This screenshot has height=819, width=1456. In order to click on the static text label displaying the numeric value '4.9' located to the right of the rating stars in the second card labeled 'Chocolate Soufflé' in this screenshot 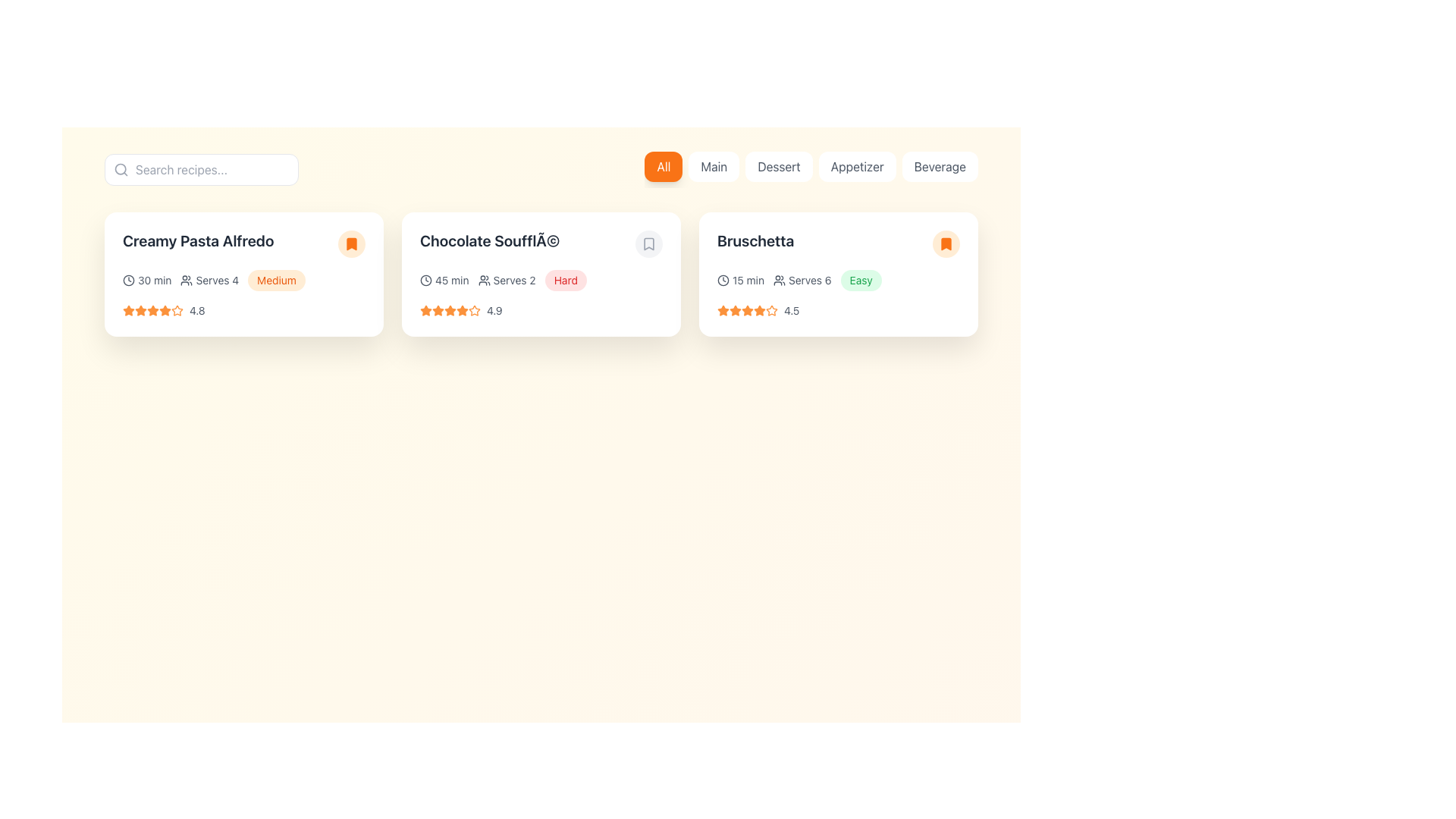, I will do `click(494, 309)`.